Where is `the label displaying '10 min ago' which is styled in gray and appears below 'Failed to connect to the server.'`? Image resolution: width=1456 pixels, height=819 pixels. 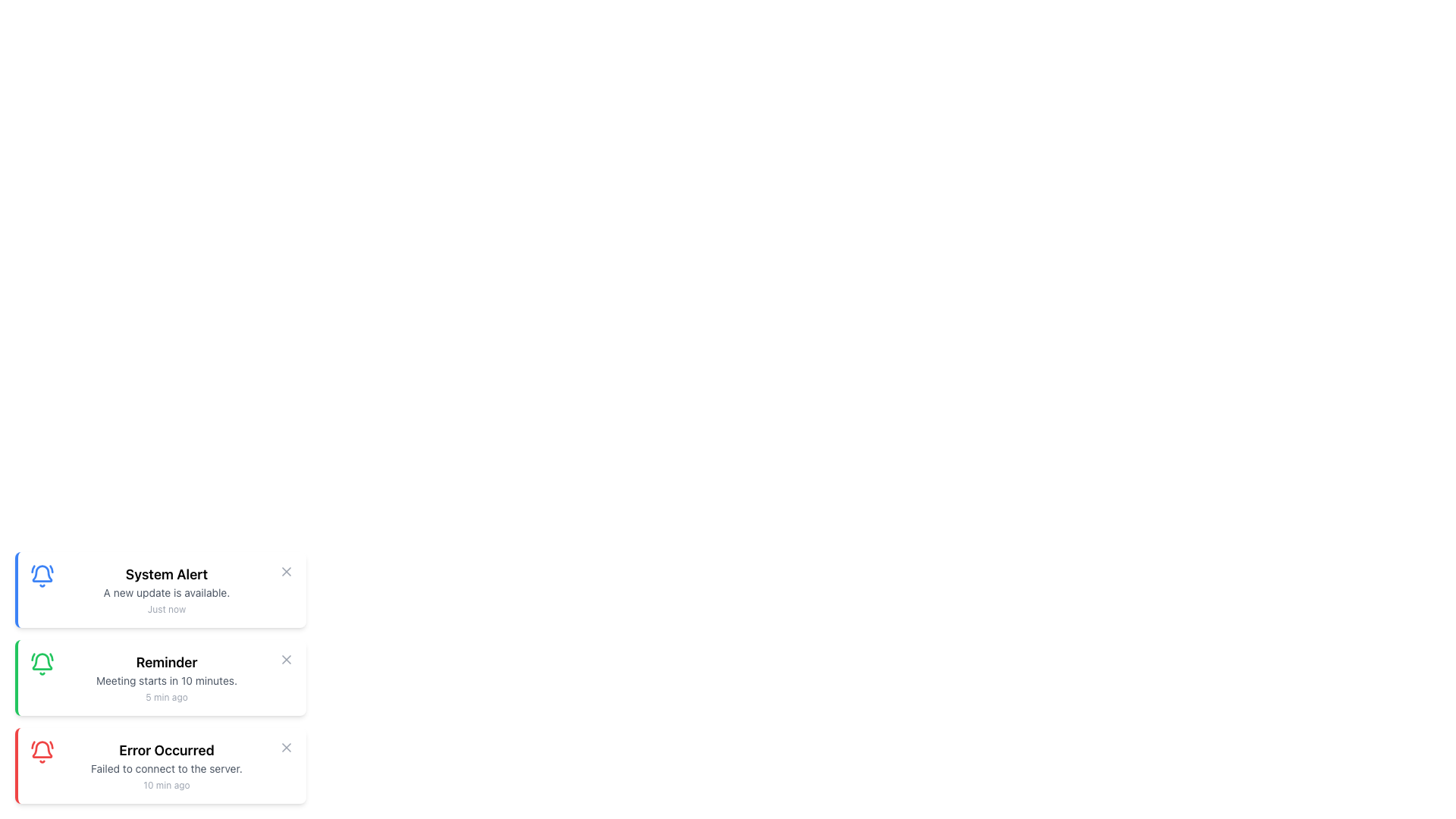 the label displaying '10 min ago' which is styled in gray and appears below 'Failed to connect to the server.' is located at coordinates (167, 785).